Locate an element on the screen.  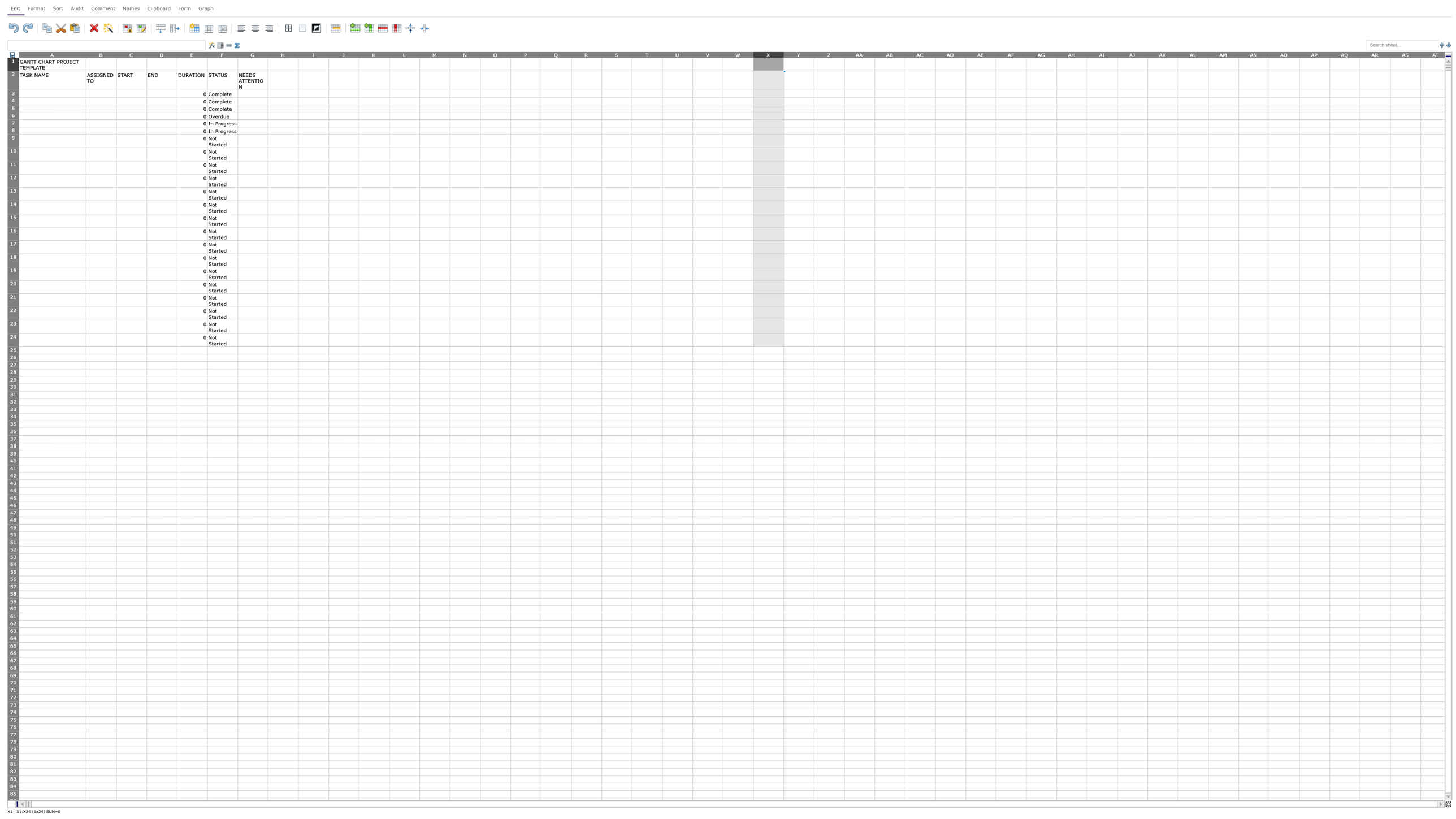
the width adjustment handle for column Y is located at coordinates (813, 54).